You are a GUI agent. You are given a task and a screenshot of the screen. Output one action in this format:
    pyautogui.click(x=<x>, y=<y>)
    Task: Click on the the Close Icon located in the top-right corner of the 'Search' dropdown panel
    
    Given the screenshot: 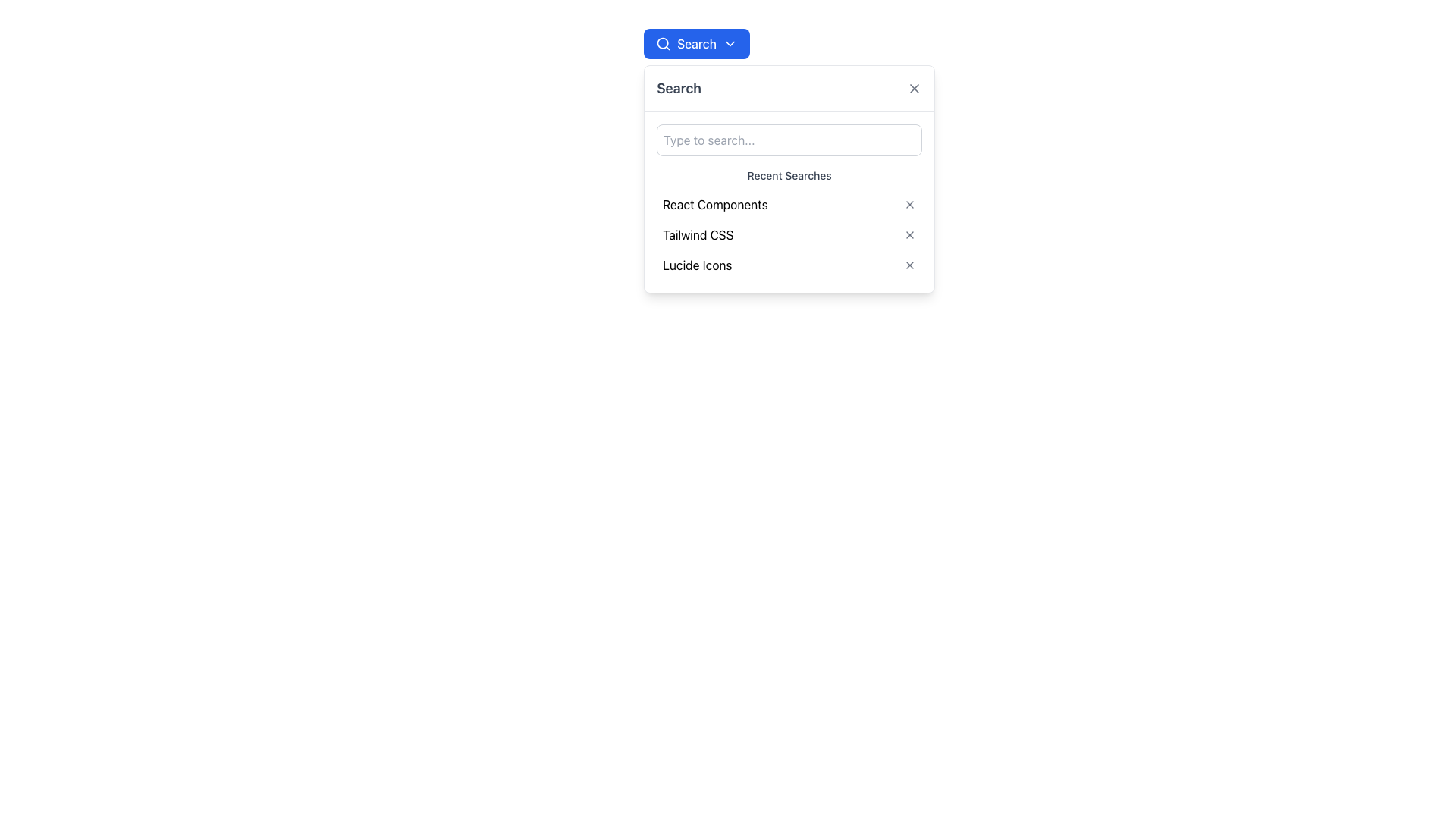 What is the action you would take?
    pyautogui.click(x=914, y=88)
    